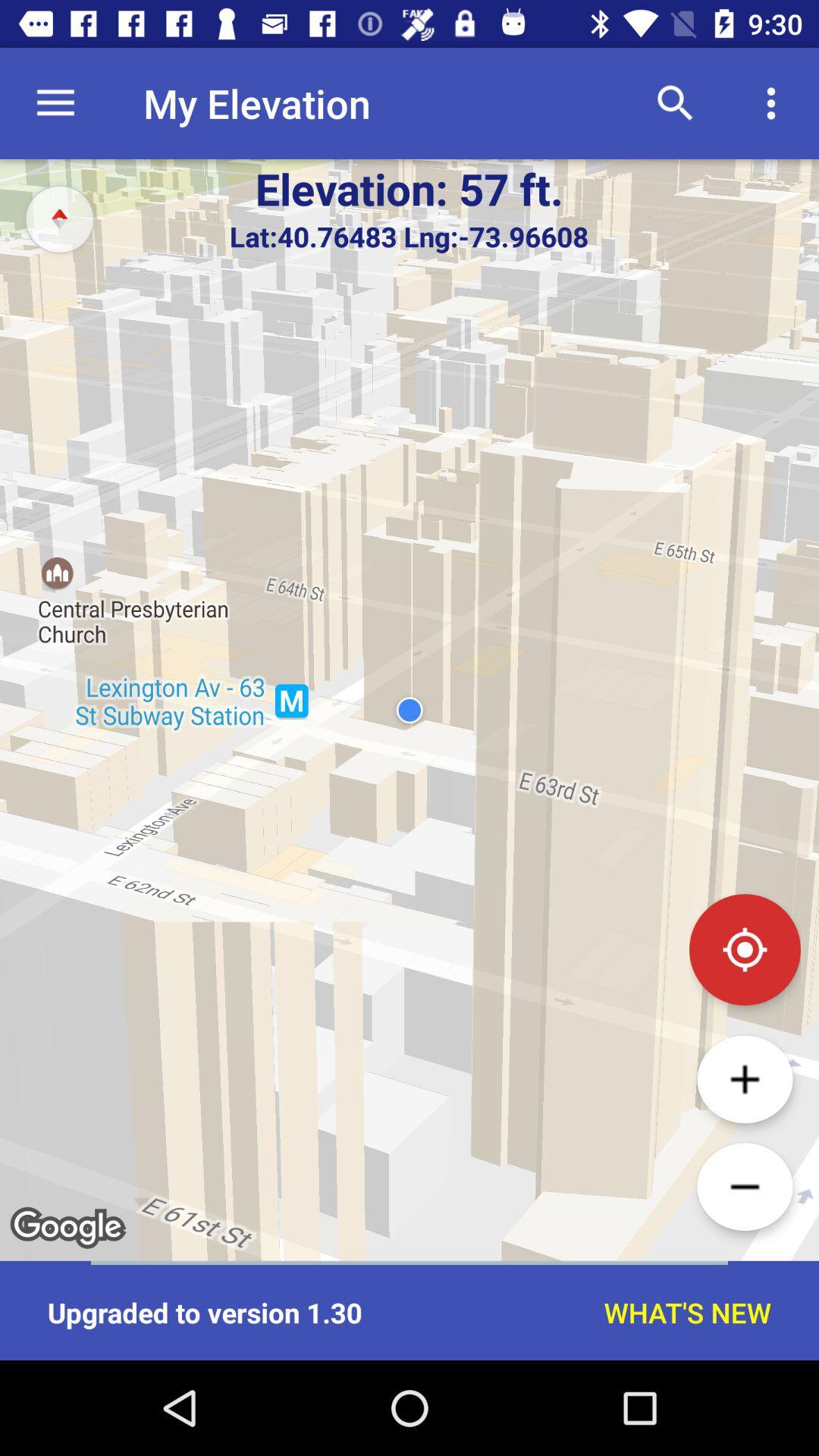  Describe the element at coordinates (744, 1078) in the screenshot. I see `add bar` at that location.